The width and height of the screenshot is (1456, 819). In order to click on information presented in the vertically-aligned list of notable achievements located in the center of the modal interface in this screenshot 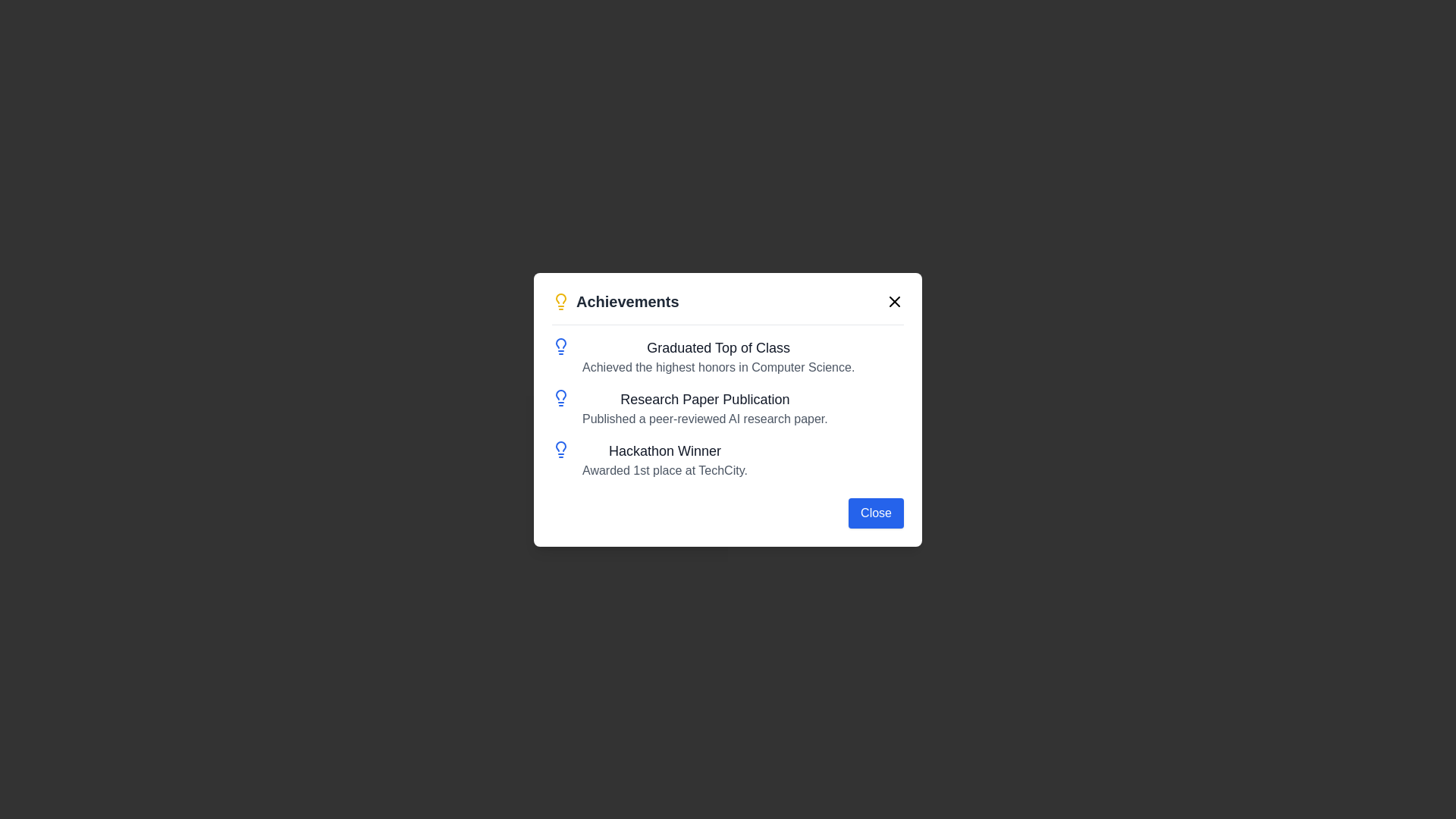, I will do `click(728, 406)`.